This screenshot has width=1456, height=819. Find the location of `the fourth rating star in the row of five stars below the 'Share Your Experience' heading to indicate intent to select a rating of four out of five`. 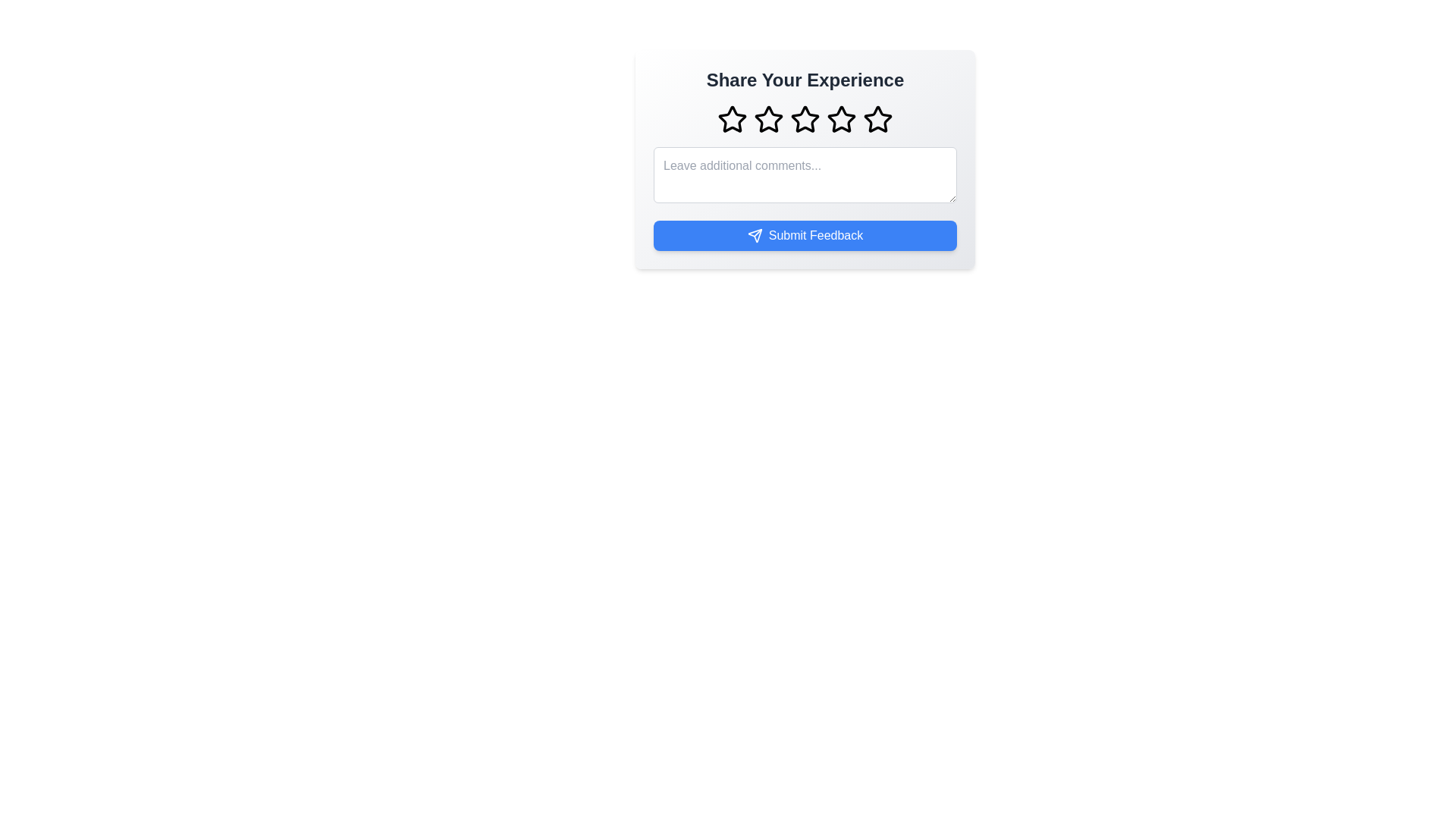

the fourth rating star in the row of five stars below the 'Share Your Experience' heading to indicate intent to select a rating of four out of five is located at coordinates (840, 119).